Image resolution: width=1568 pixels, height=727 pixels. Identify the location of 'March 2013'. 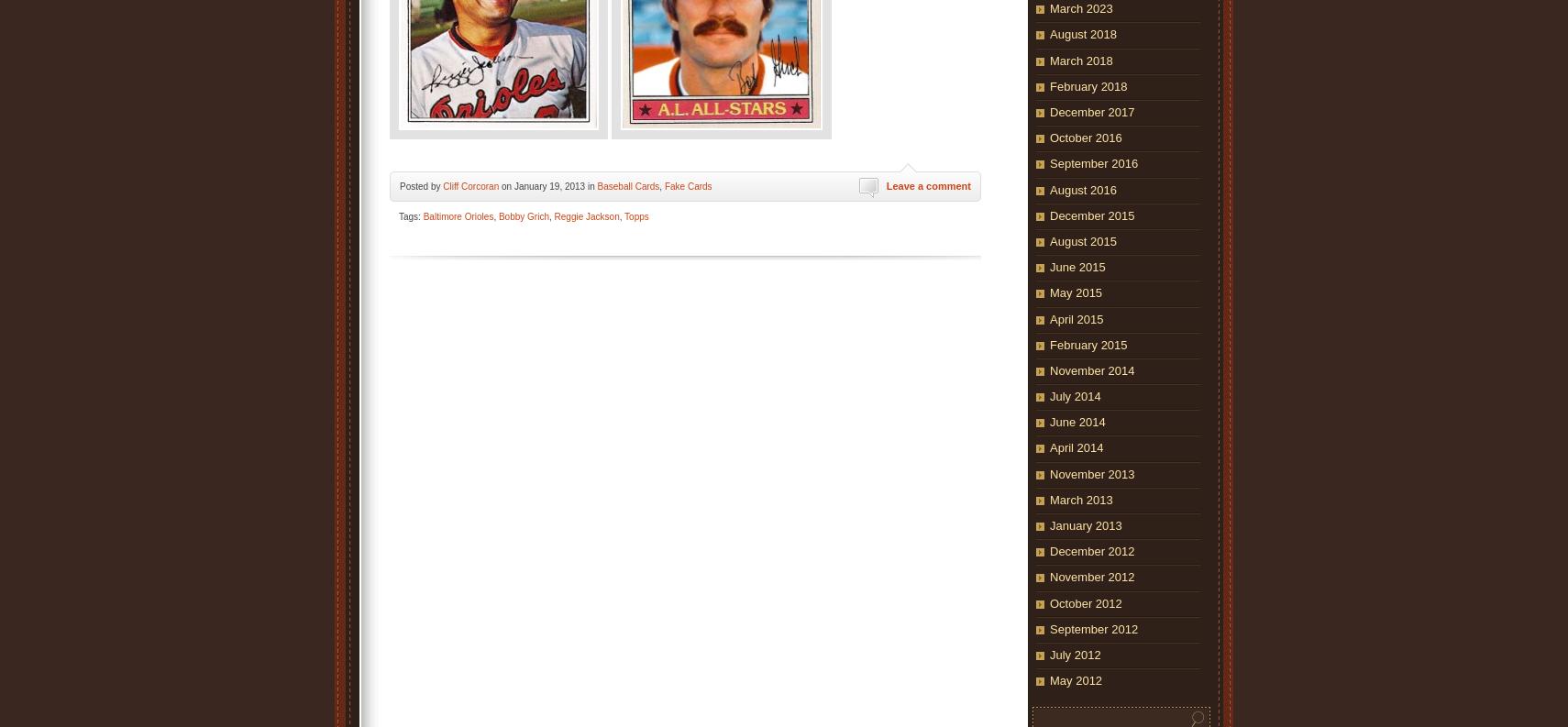
(1080, 498).